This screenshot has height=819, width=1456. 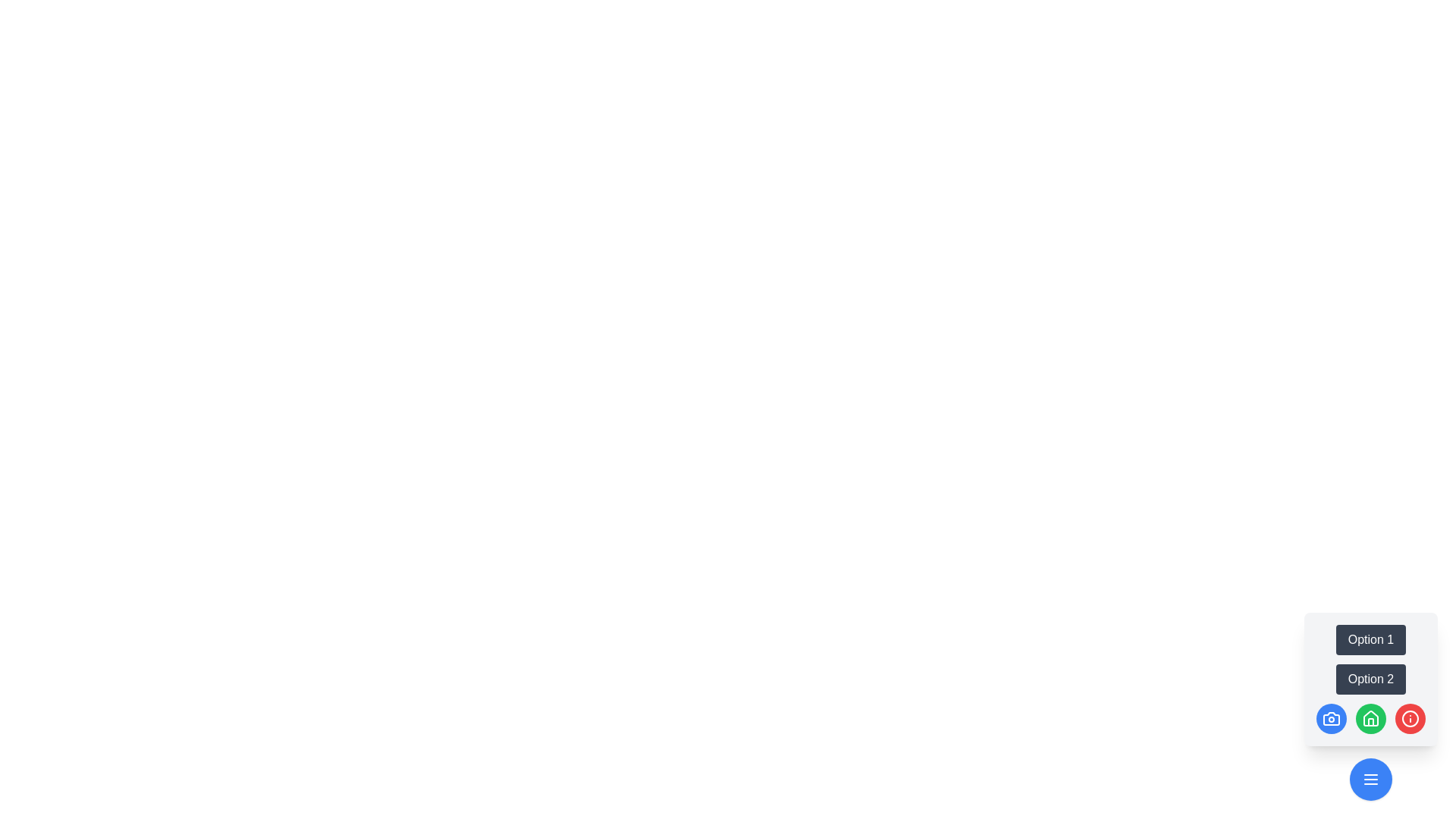 I want to click on the three-line horizontal icon within the circular blue button at the bottom-right corner of the interface, so click(x=1371, y=780).